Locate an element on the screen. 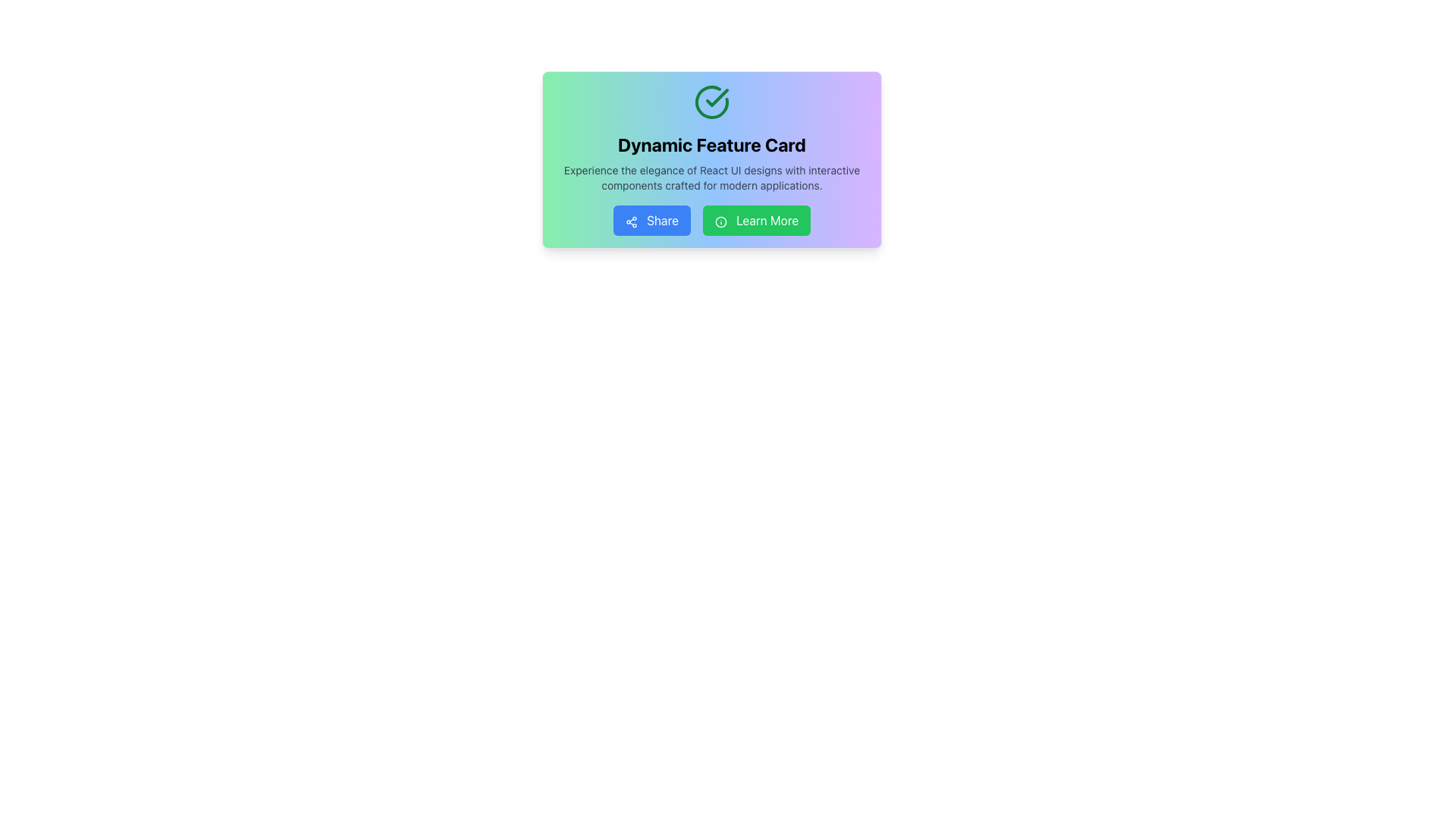  the upper arc of the circular check icon, which is visually represented as a green segment within an SVG graphic, located above the 'Dynamic Feature Card' title is located at coordinates (711, 102).